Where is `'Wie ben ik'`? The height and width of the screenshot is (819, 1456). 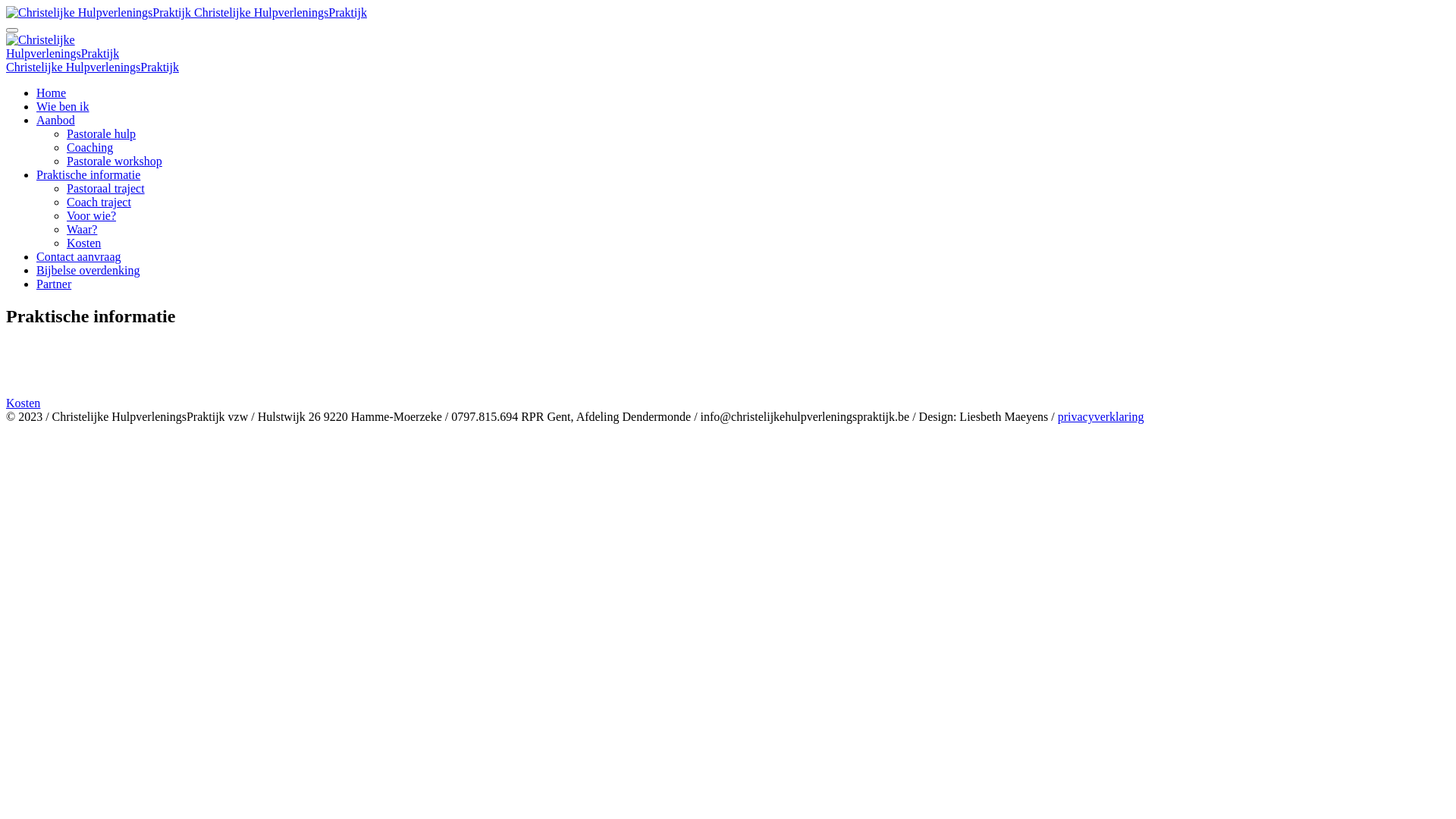 'Wie ben ik' is located at coordinates (61, 105).